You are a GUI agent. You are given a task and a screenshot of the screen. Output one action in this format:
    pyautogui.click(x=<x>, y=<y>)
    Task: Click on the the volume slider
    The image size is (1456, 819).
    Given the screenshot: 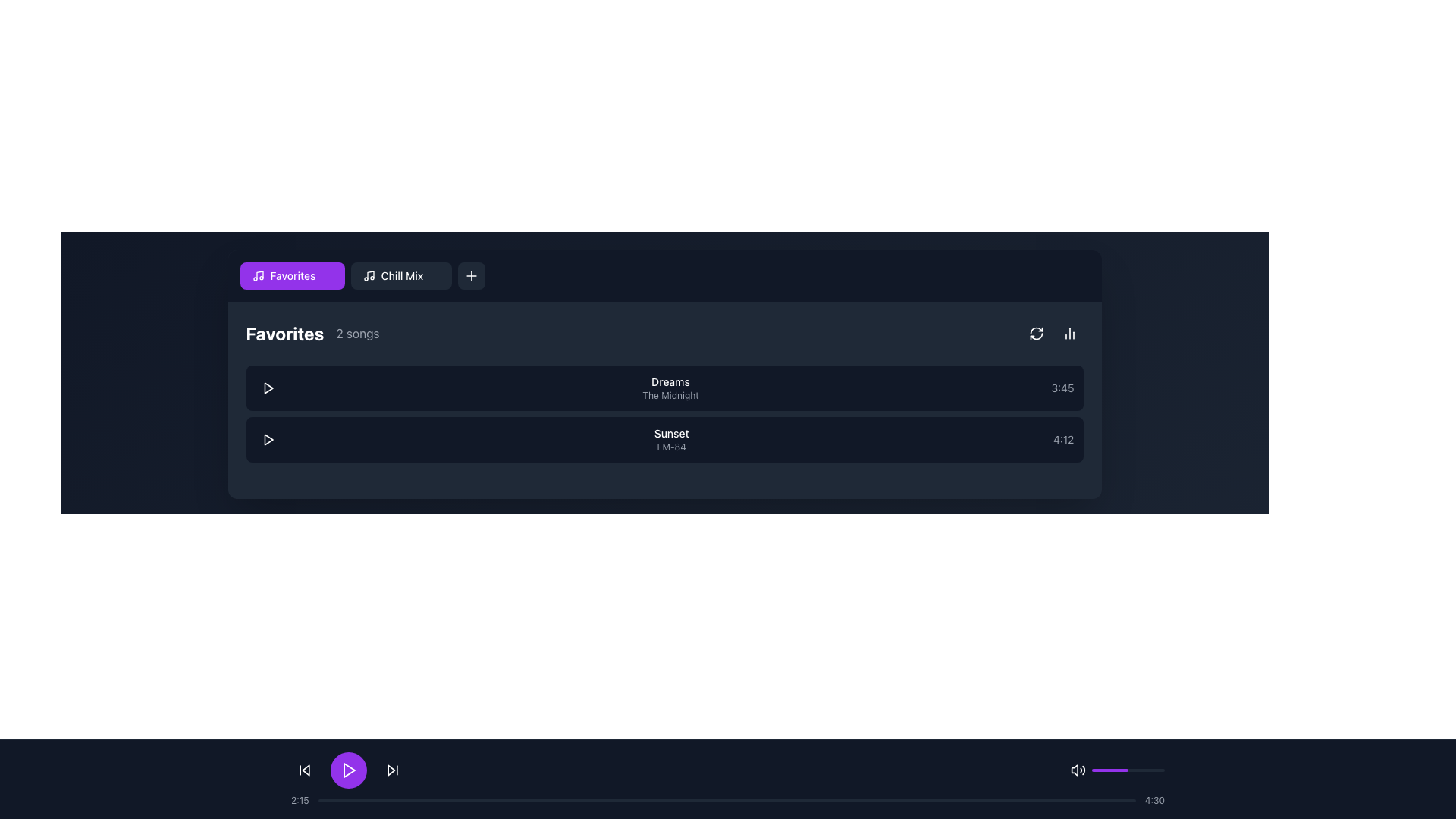 What is the action you would take?
    pyautogui.click(x=1111, y=770)
    